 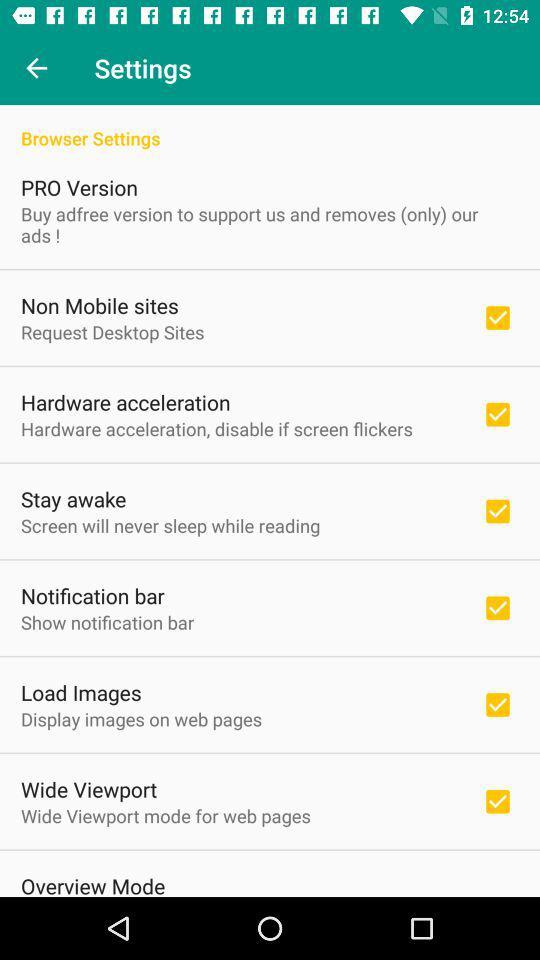 I want to click on the icon above notification bar item, so click(x=170, y=524).